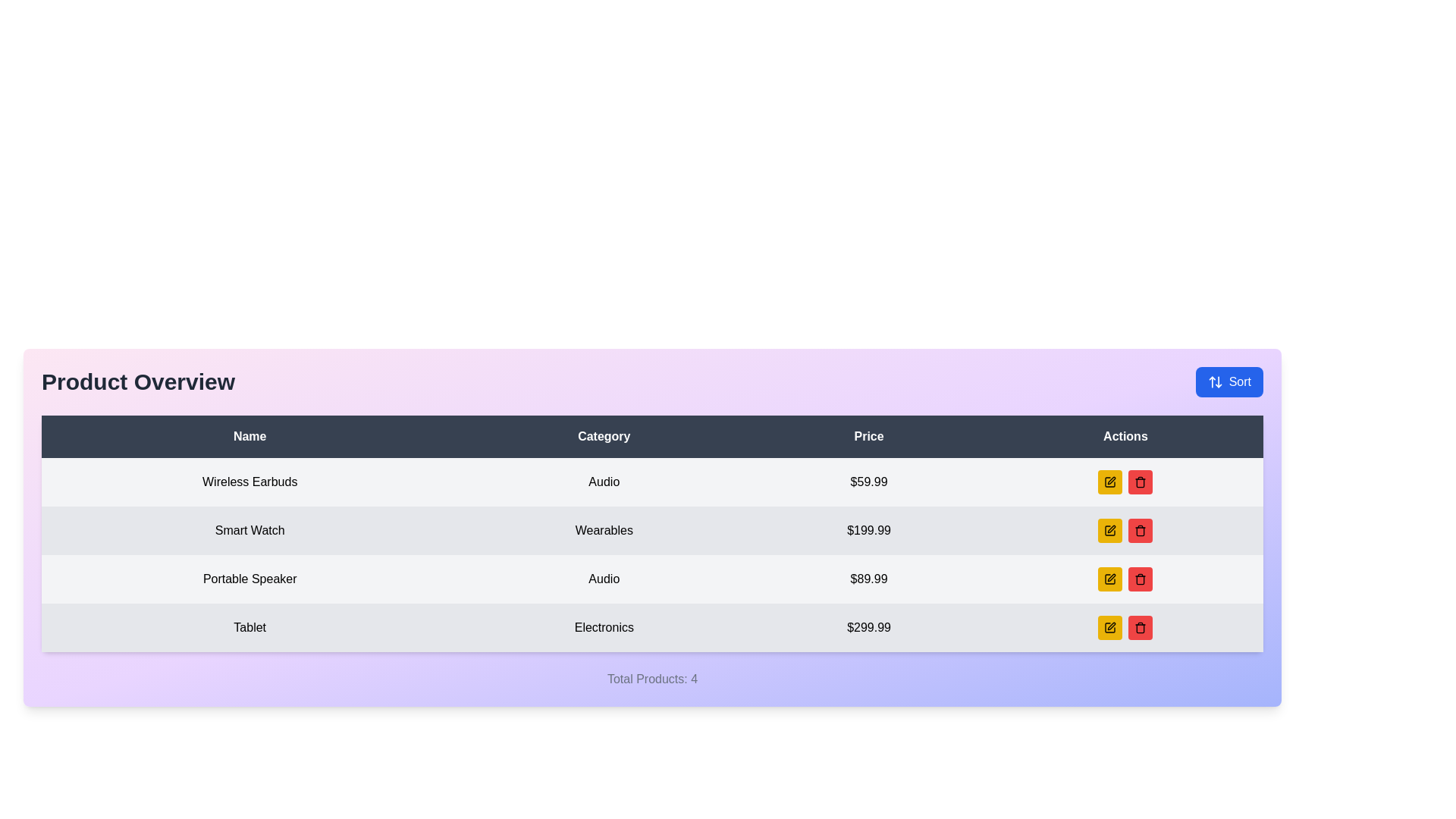 This screenshot has width=1456, height=819. I want to click on the Static Text displaying the price of $199.99 in the third column of the second row under the 'Smart Watch' category, so click(869, 529).